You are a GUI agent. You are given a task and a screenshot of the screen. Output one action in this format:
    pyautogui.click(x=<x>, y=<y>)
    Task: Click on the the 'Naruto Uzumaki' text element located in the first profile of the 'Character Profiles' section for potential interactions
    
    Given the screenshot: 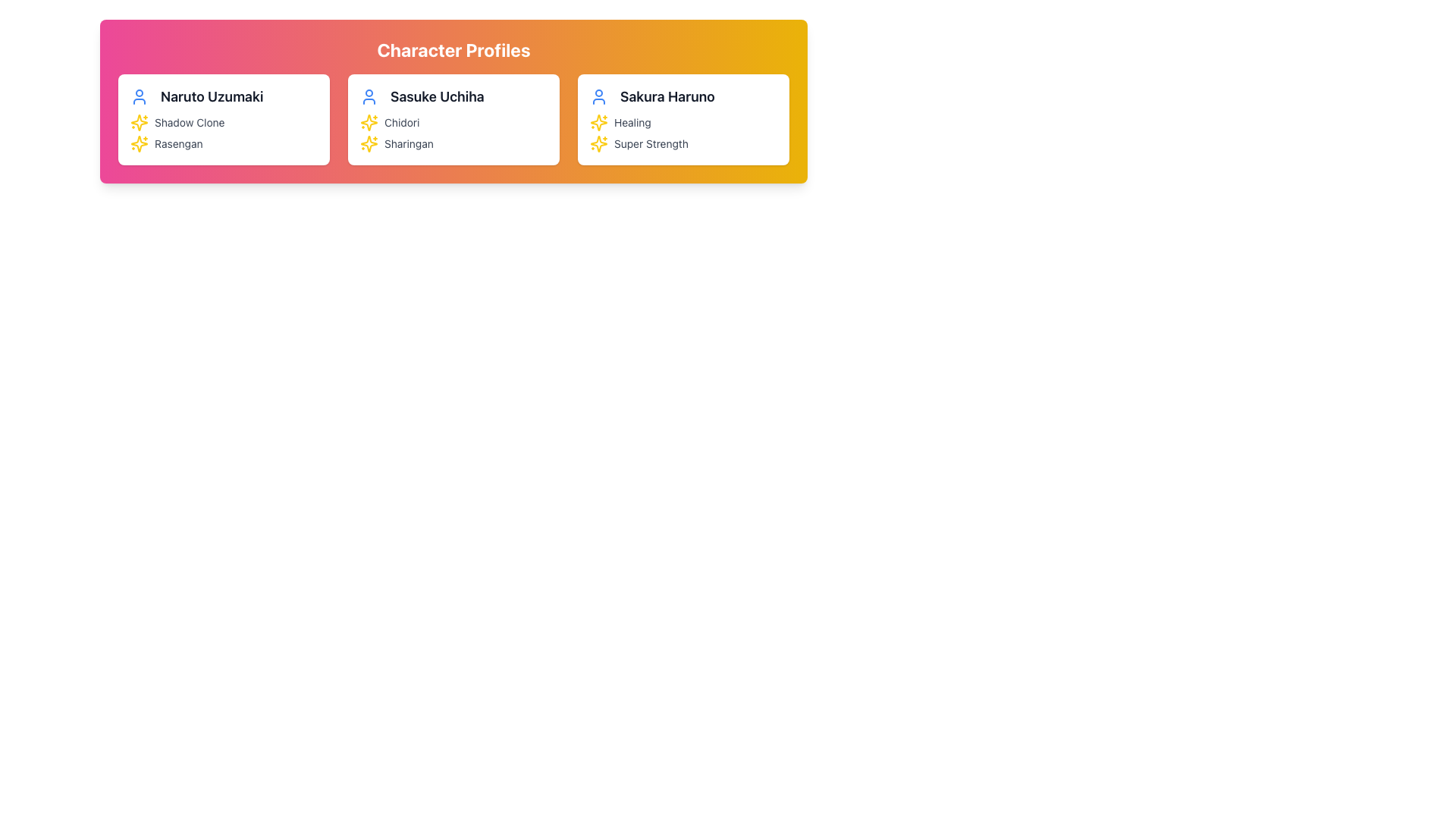 What is the action you would take?
    pyautogui.click(x=223, y=96)
    